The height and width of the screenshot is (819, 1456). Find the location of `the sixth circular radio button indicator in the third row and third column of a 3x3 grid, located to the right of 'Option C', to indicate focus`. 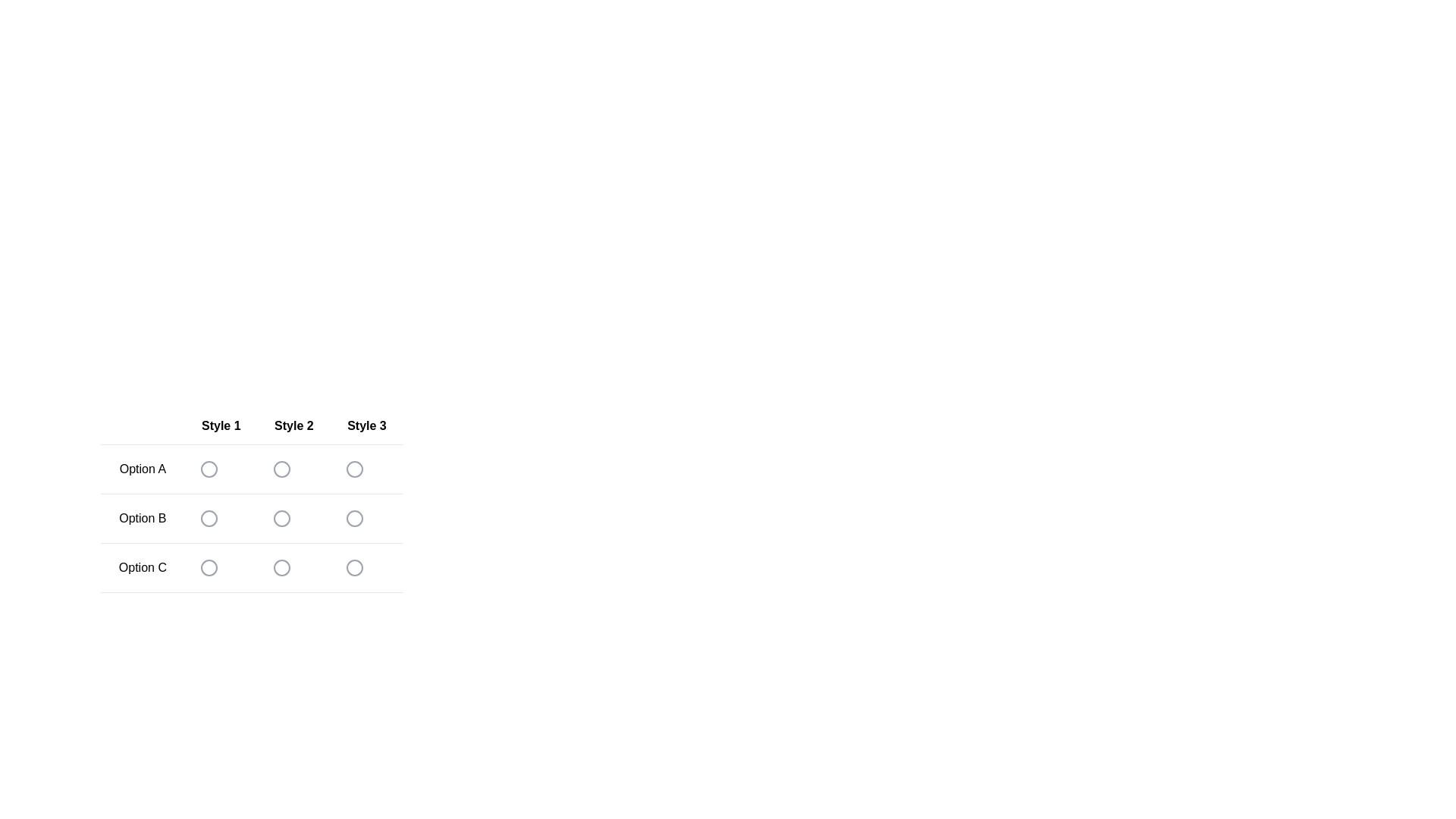

the sixth circular radio button indicator in the third row and third column of a 3x3 grid, located to the right of 'Option C', to indicate focus is located at coordinates (353, 567).